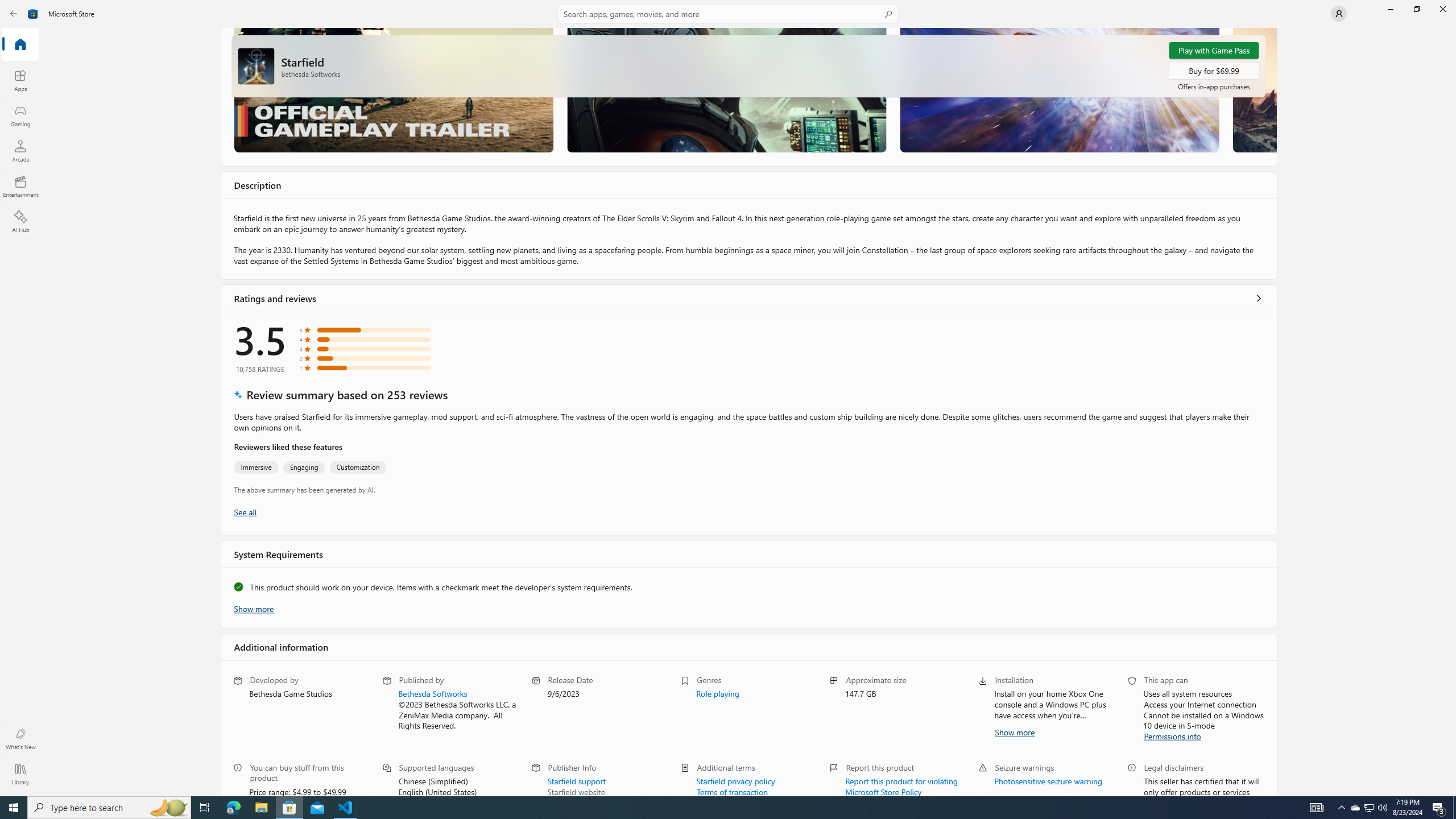  I want to click on 'Screenshot 2', so click(725, 89).